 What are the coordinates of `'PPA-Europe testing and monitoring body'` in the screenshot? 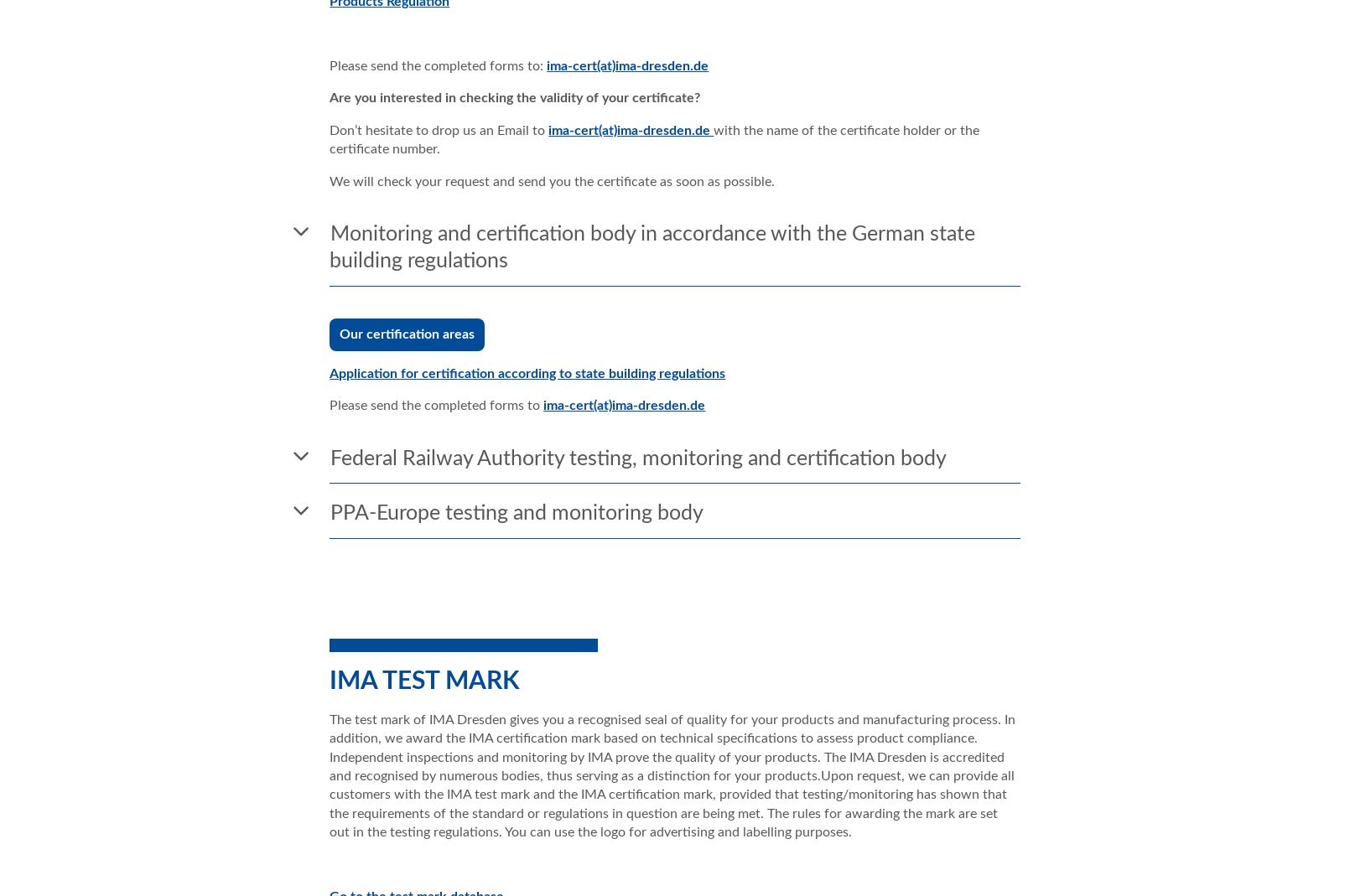 It's located at (330, 513).